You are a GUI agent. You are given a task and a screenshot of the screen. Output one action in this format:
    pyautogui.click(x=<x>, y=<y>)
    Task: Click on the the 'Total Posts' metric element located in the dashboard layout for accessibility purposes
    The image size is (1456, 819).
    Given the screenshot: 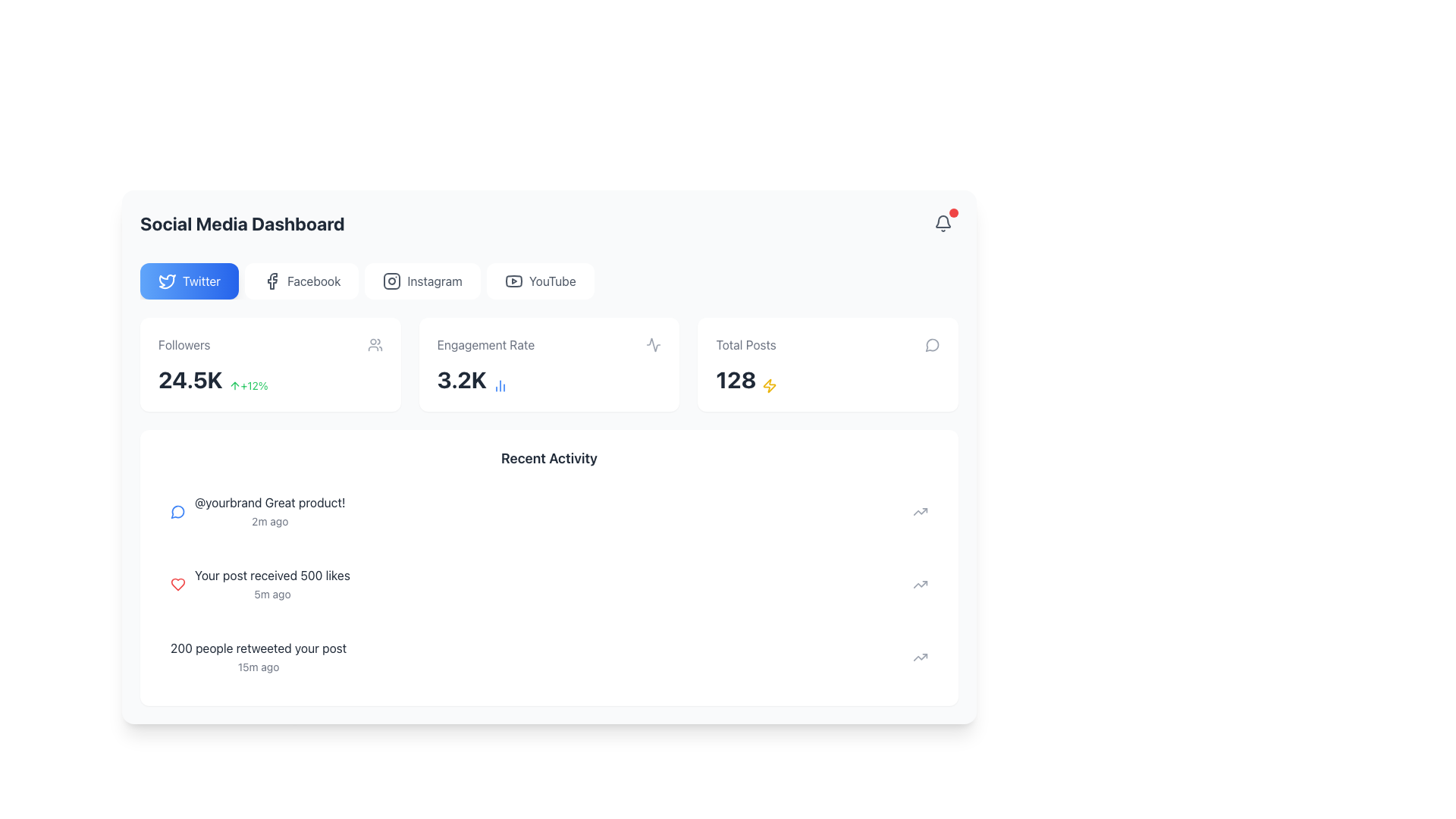 What is the action you would take?
    pyautogui.click(x=736, y=379)
    